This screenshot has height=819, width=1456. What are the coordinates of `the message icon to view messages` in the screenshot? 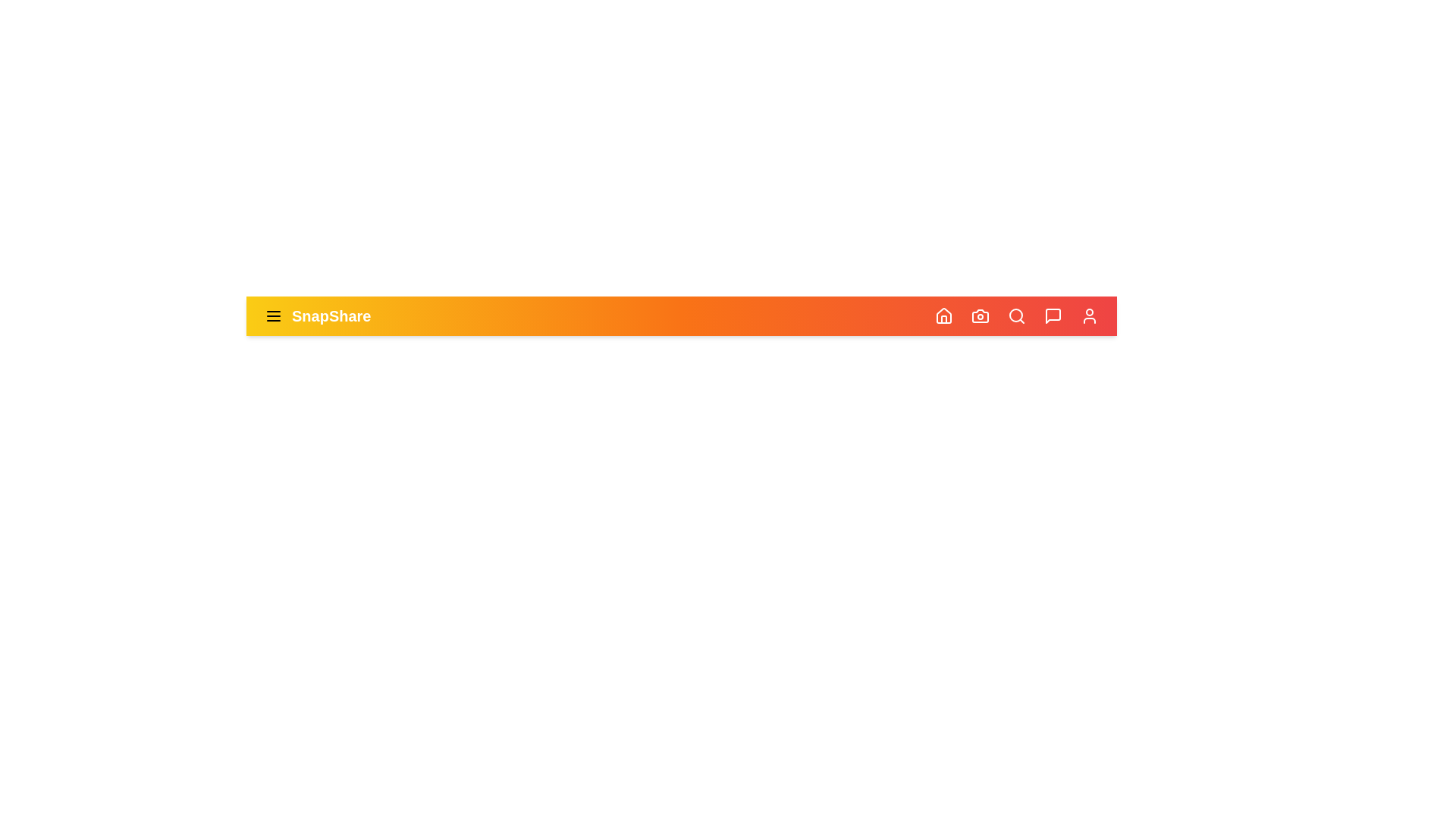 It's located at (1052, 315).